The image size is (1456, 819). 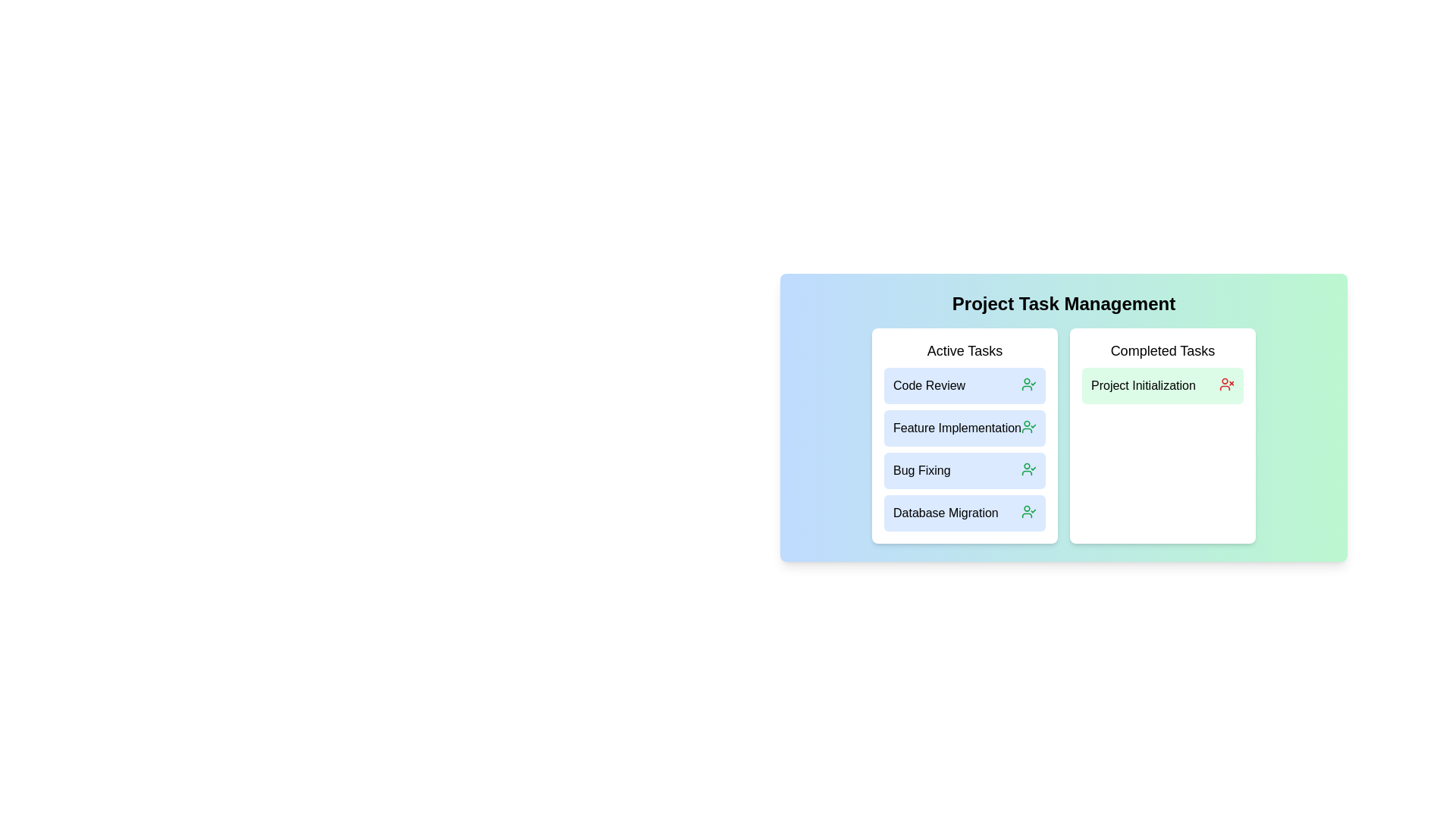 What do you see at coordinates (1029, 512) in the screenshot?
I see `the 'UserCheck' icon next to the task 'Database Migration' in the Active Tasks list` at bounding box center [1029, 512].